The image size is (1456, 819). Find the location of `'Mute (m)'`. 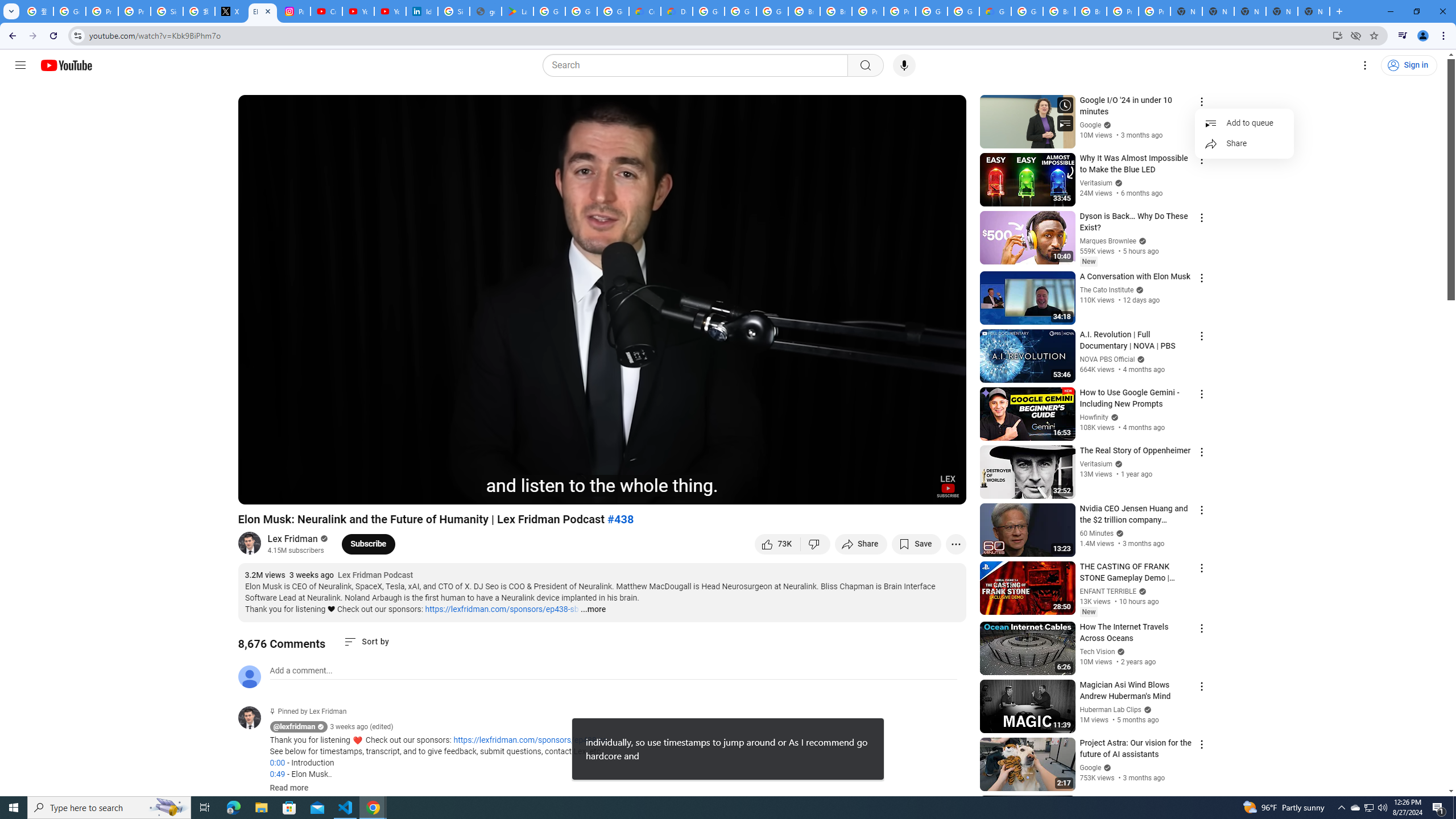

'Mute (m)' is located at coordinates (312, 490).